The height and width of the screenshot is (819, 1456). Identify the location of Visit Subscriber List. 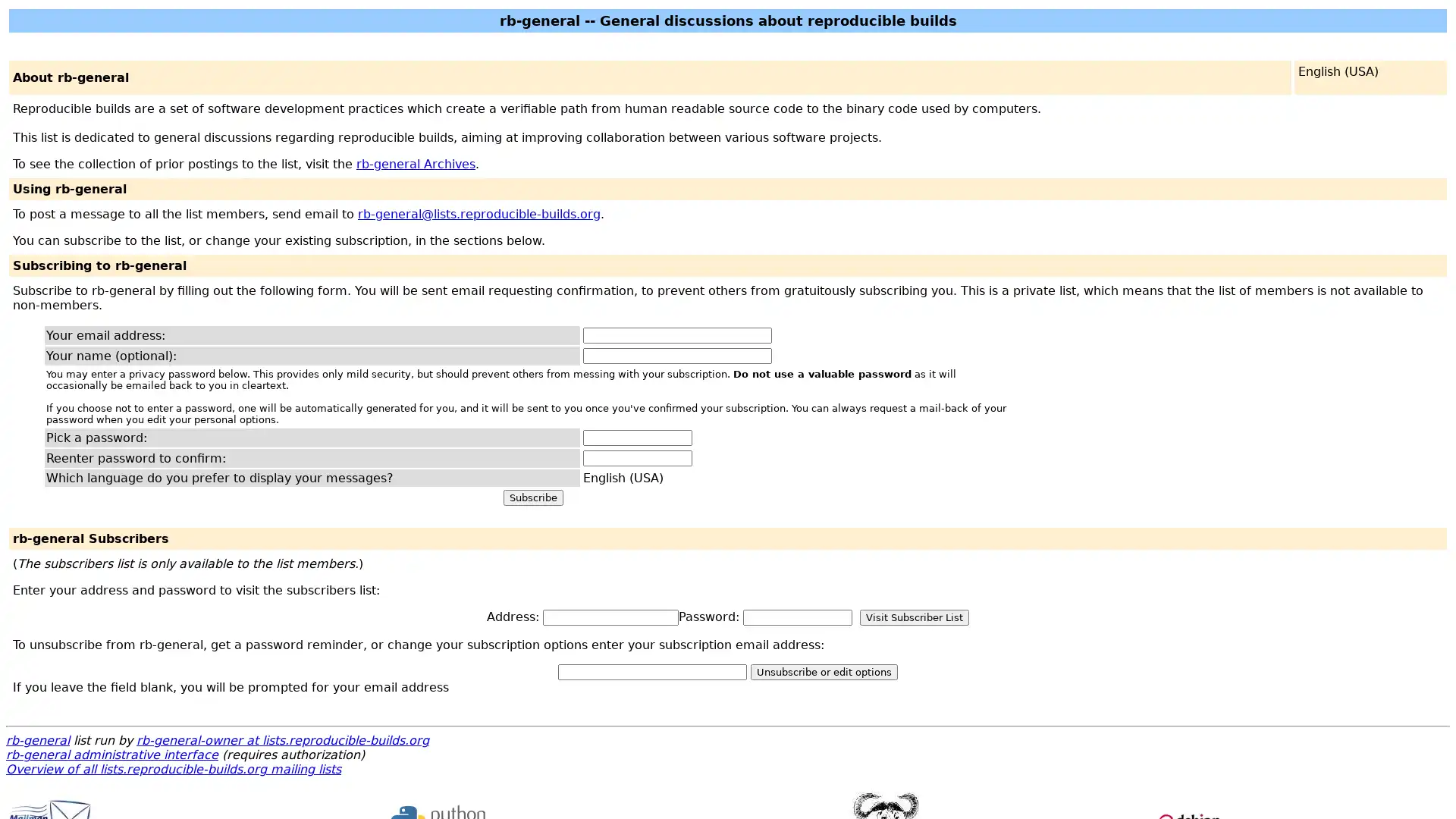
(913, 617).